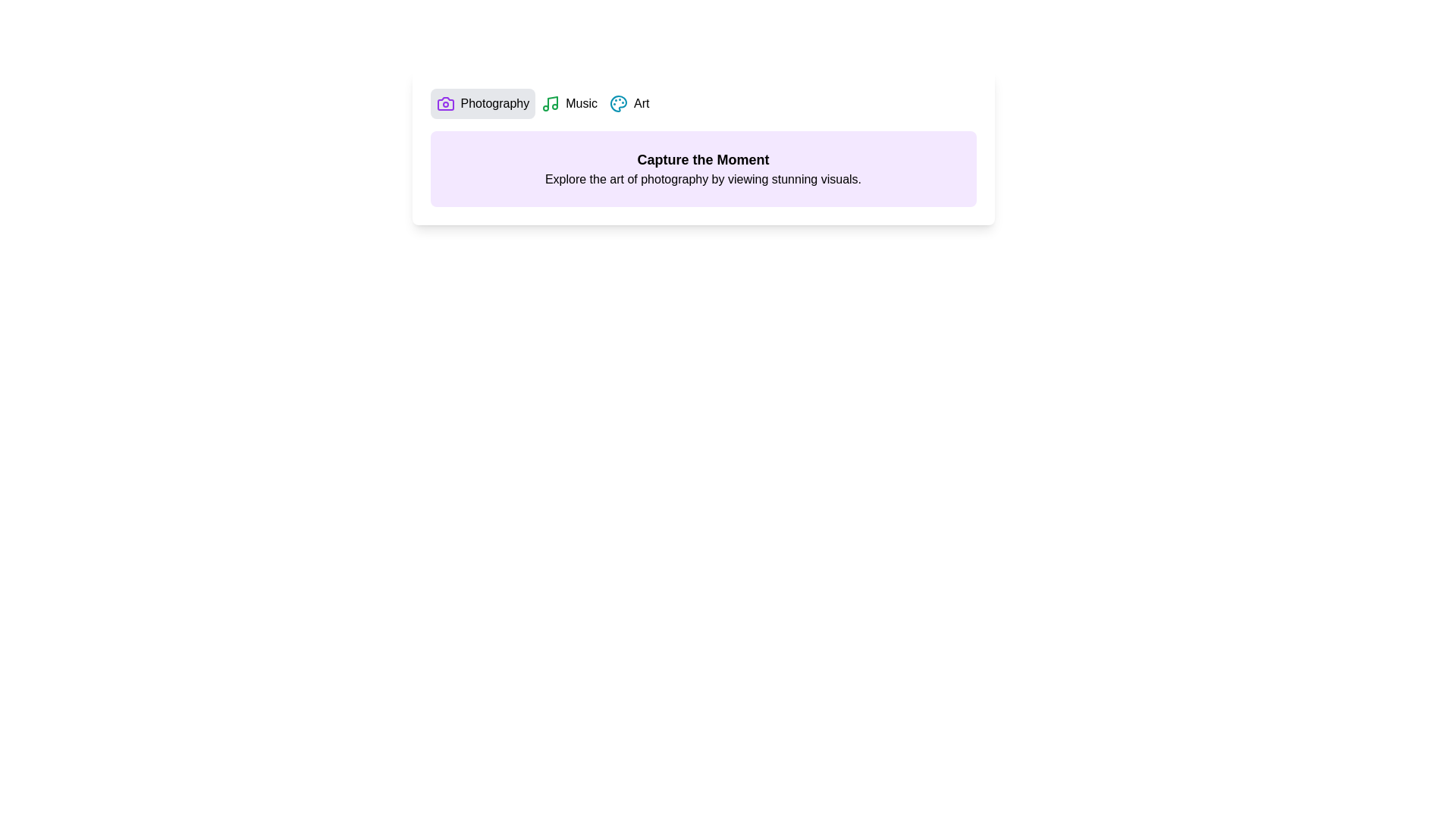 This screenshot has height=819, width=1456. I want to click on the icon next to the tab Photography to inspect its functionality, so click(444, 103).